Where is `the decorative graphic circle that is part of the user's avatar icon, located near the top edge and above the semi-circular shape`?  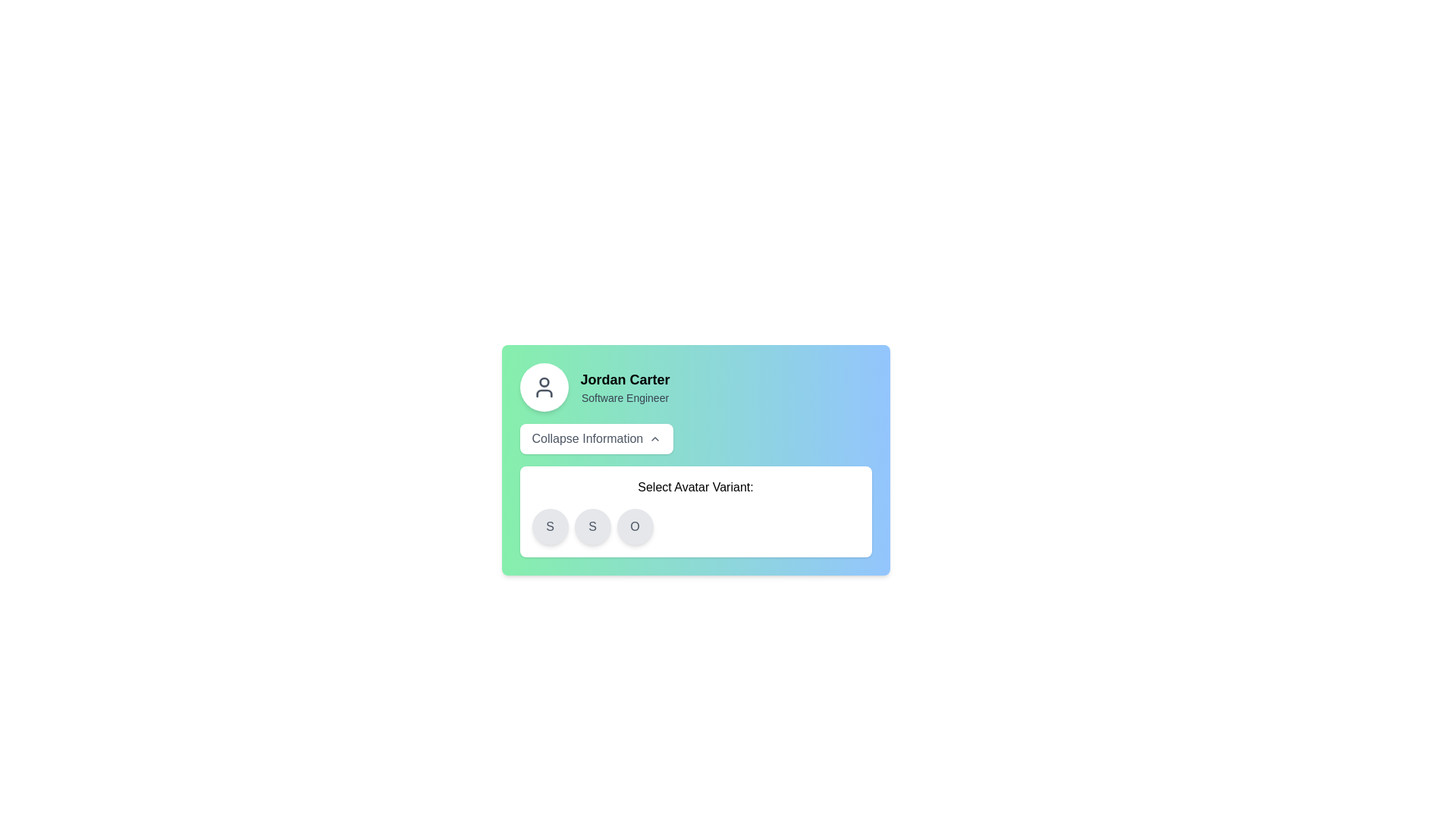 the decorative graphic circle that is part of the user's avatar icon, located near the top edge and above the semi-circular shape is located at coordinates (544, 381).